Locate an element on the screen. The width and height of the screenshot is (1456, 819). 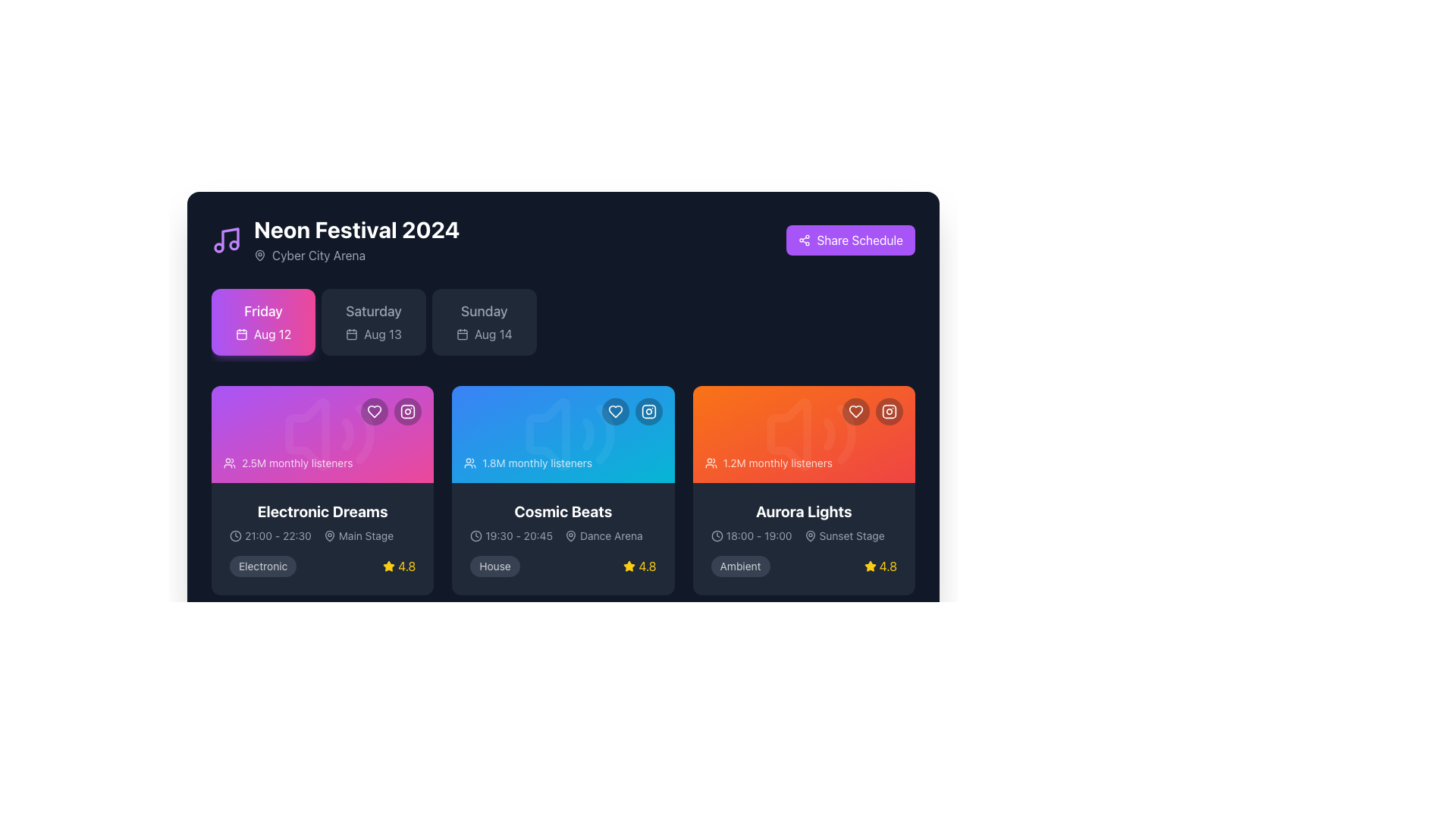
the icon representing the group of individuals within the blue card labeled '1.8M monthly listeners' is located at coordinates (469, 462).